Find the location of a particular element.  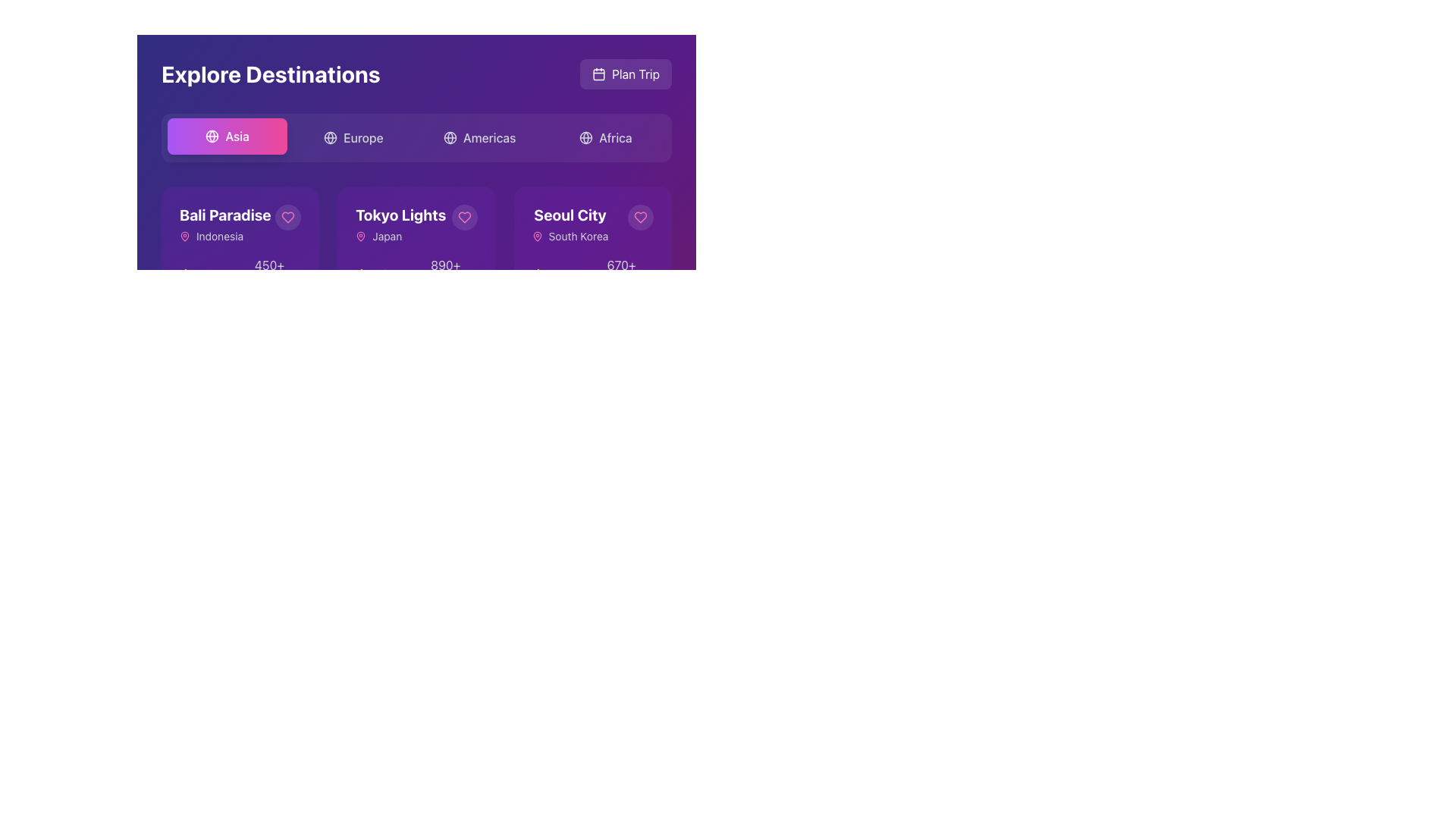

text displayed on the 'Europe' navigation label, which indicates a selectable category for exploring destinations is located at coordinates (362, 137).